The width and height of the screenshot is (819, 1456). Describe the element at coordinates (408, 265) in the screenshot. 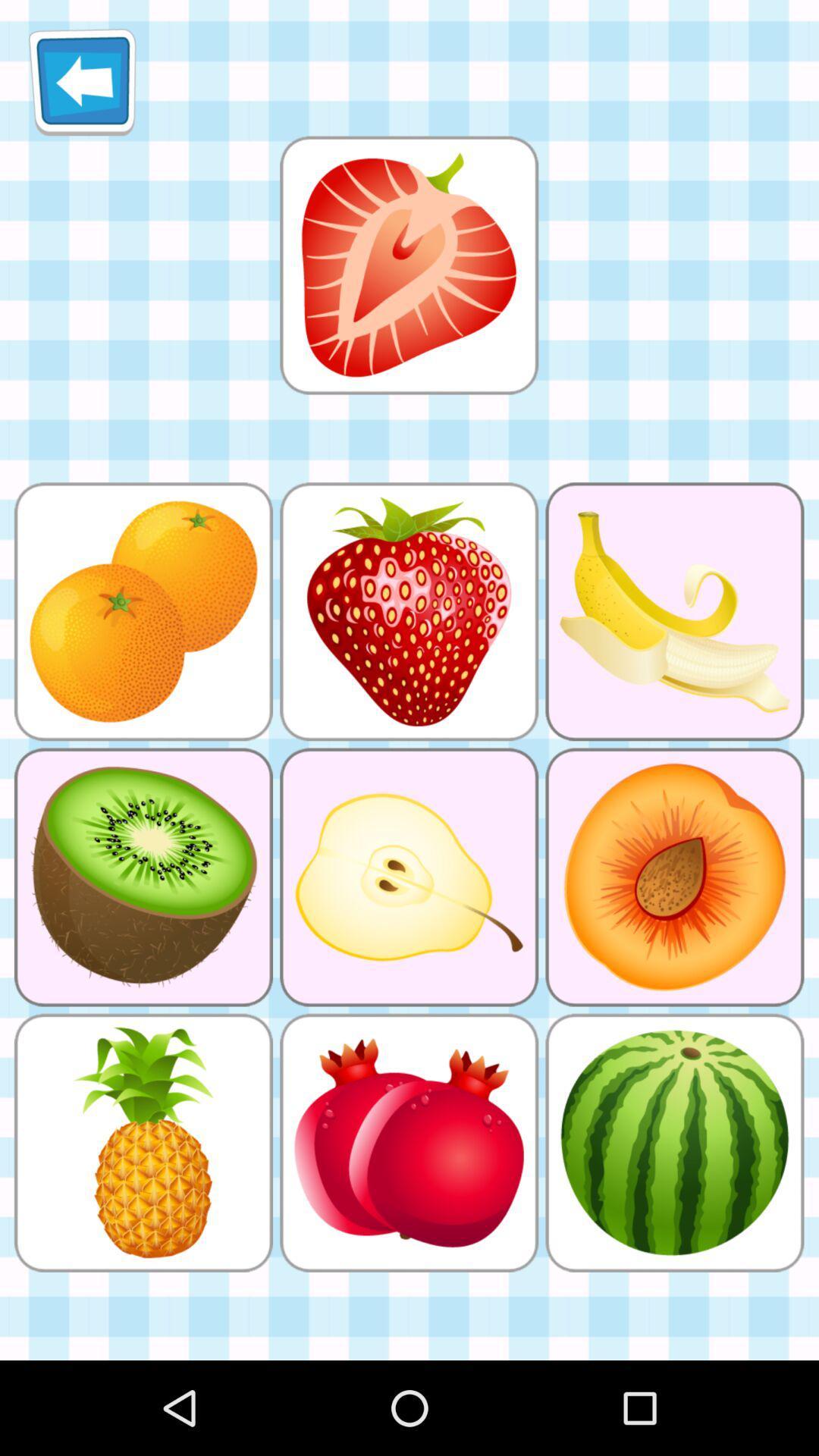

I see `strawberry` at that location.